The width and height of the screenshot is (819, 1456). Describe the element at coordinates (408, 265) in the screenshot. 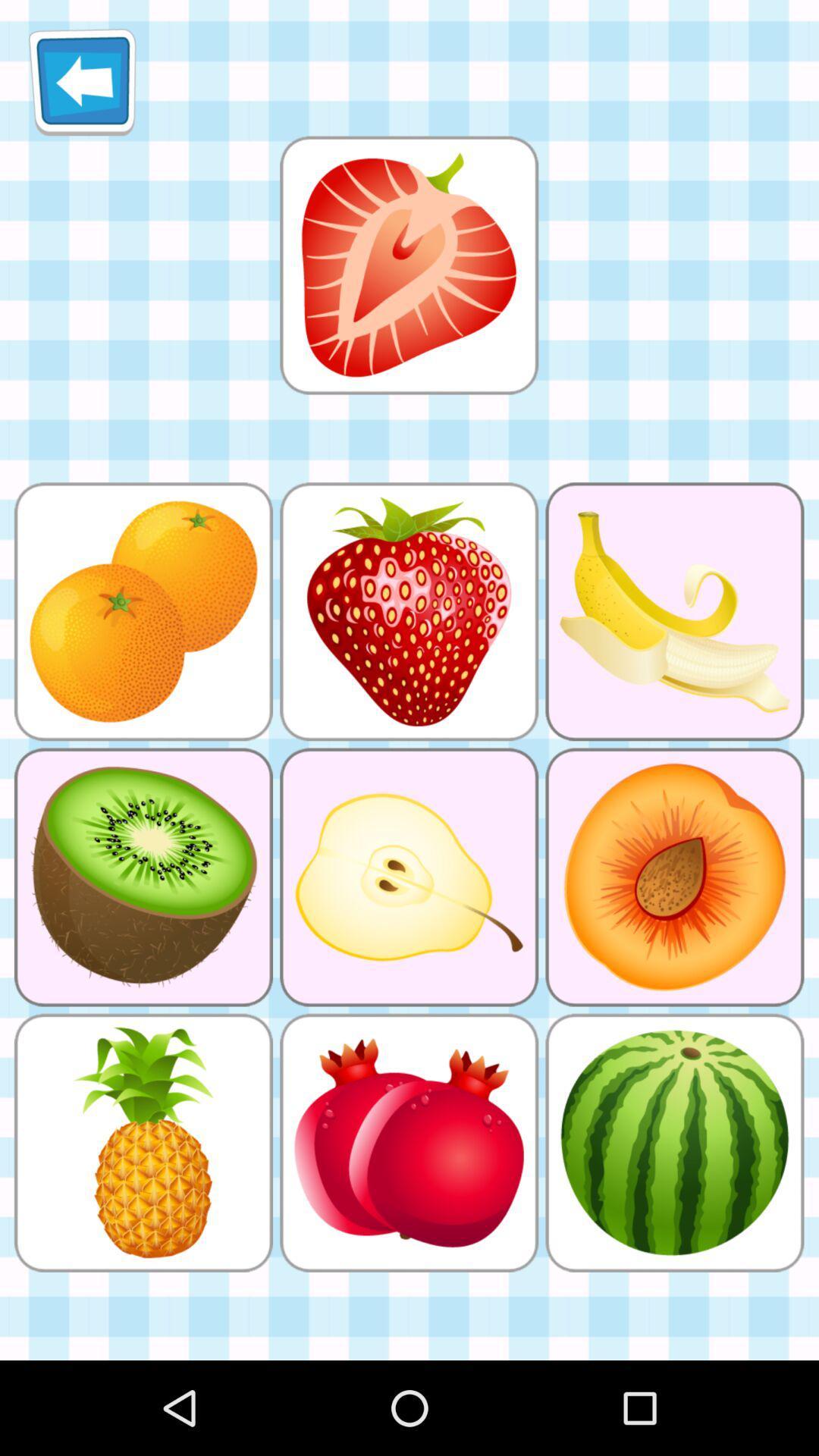

I see `strawberry` at that location.